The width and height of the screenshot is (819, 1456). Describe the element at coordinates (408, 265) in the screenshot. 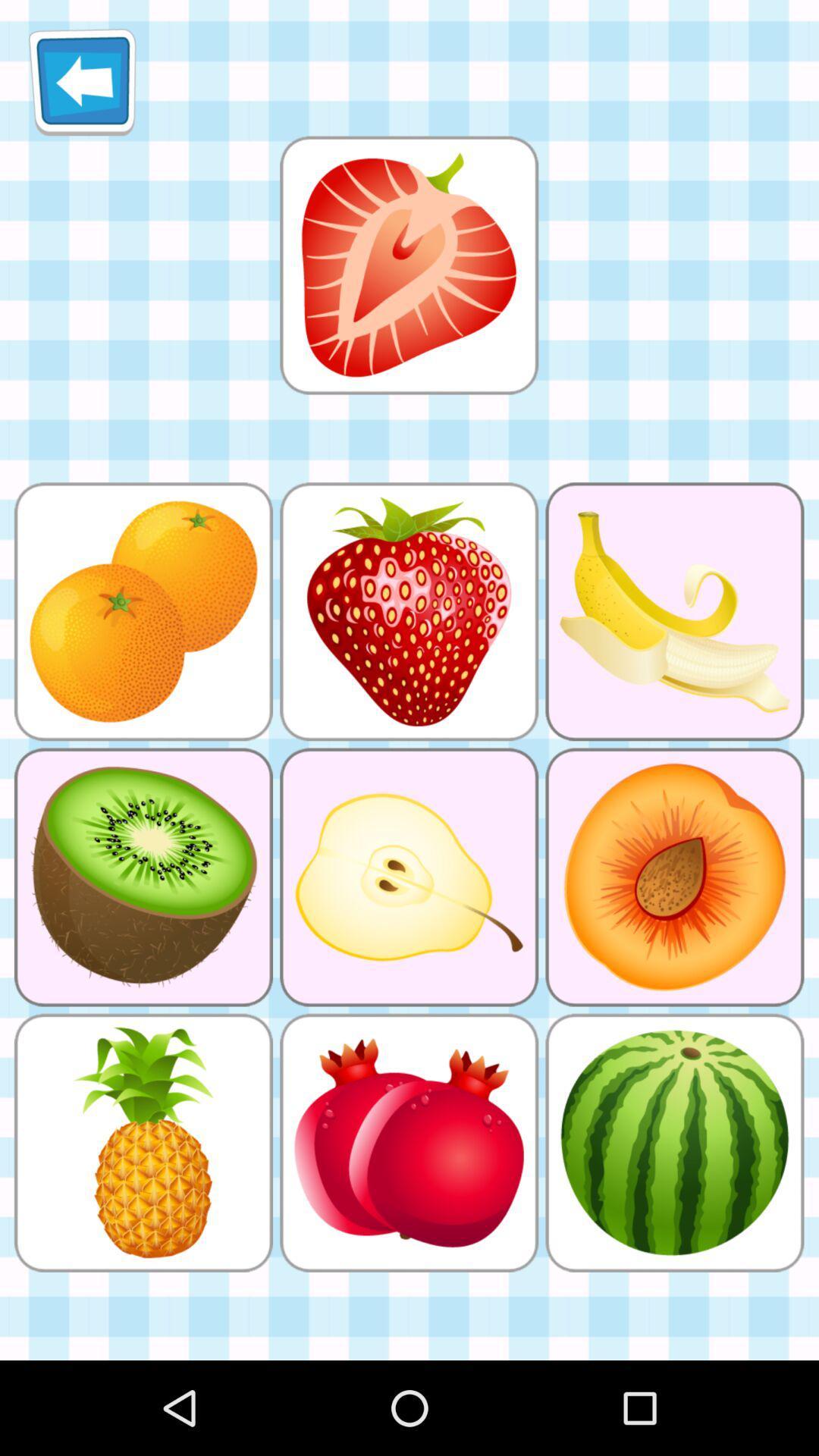

I see `strawberry` at that location.